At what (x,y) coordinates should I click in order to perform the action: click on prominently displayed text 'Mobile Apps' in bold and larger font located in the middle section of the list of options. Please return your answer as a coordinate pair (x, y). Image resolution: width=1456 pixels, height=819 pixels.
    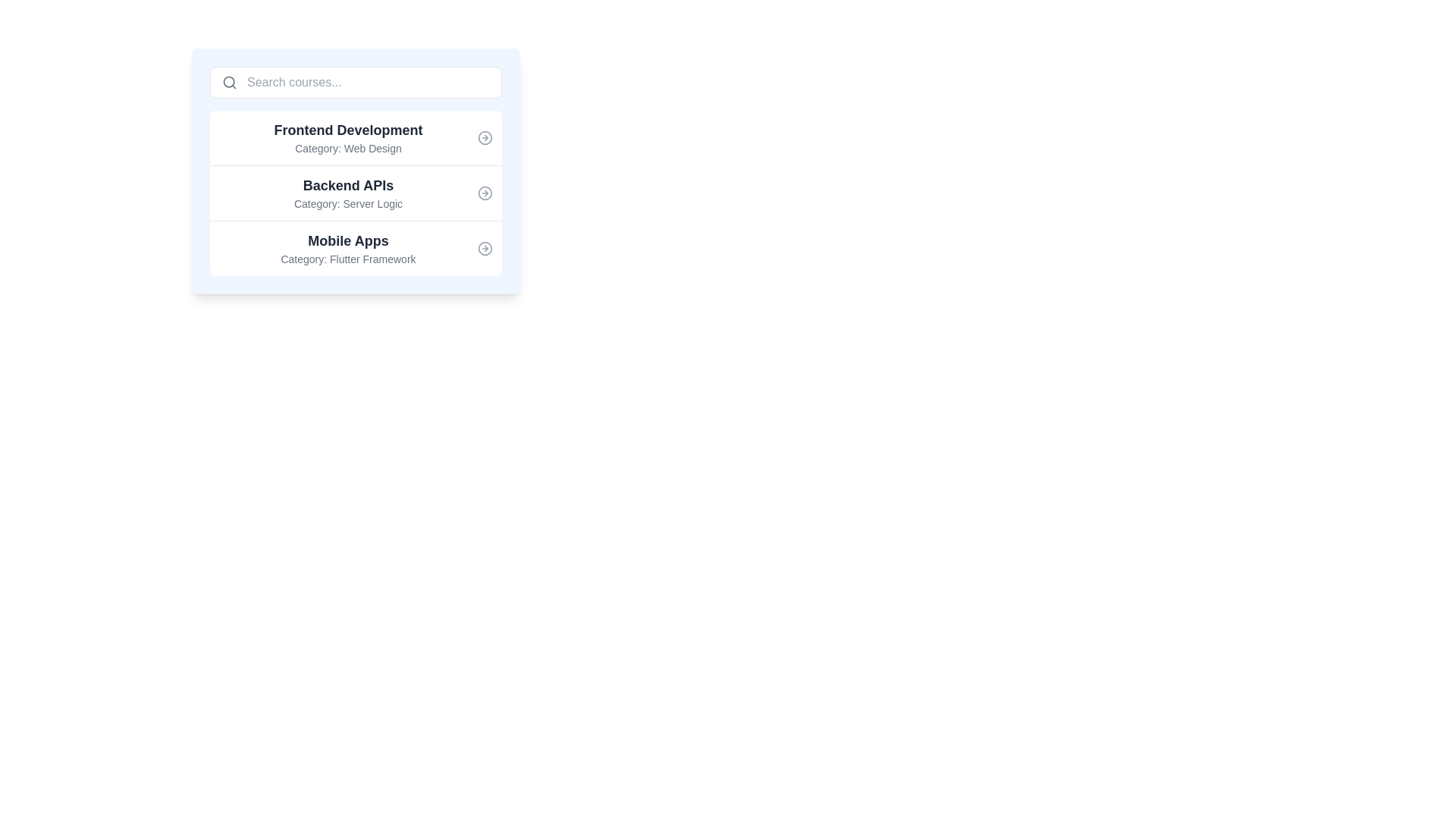
    Looking at the image, I should click on (347, 240).